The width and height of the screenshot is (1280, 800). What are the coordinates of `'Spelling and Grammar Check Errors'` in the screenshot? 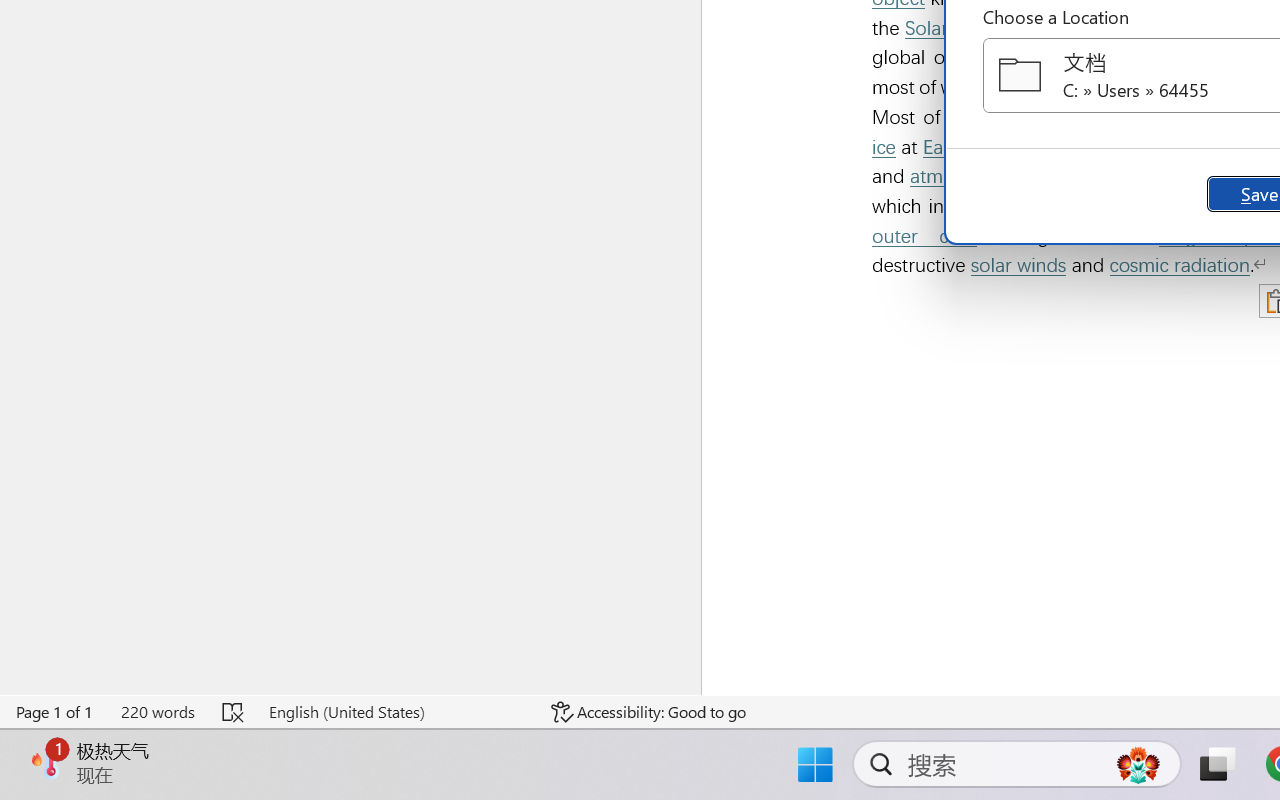 It's located at (234, 711).